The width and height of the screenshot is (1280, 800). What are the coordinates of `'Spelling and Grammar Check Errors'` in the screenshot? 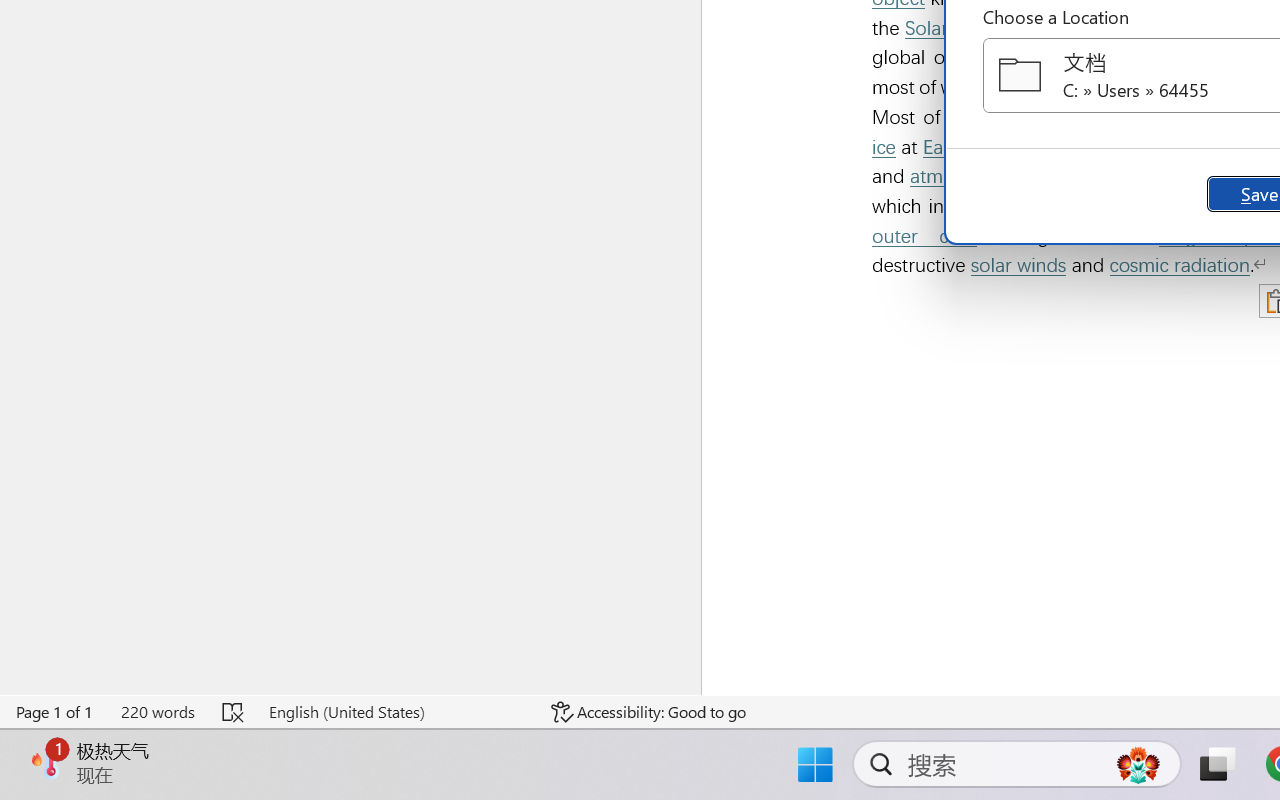 It's located at (234, 711).